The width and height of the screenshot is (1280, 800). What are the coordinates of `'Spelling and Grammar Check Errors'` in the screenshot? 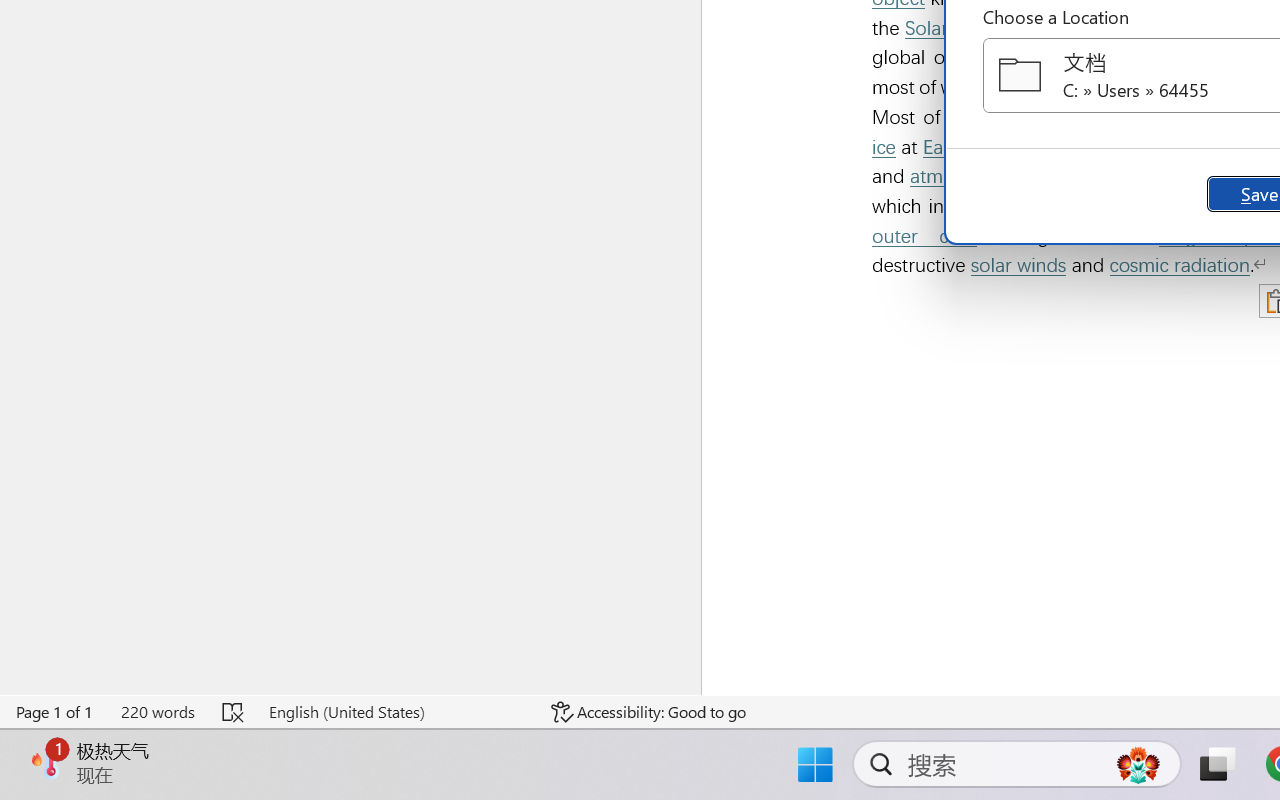 It's located at (234, 711).